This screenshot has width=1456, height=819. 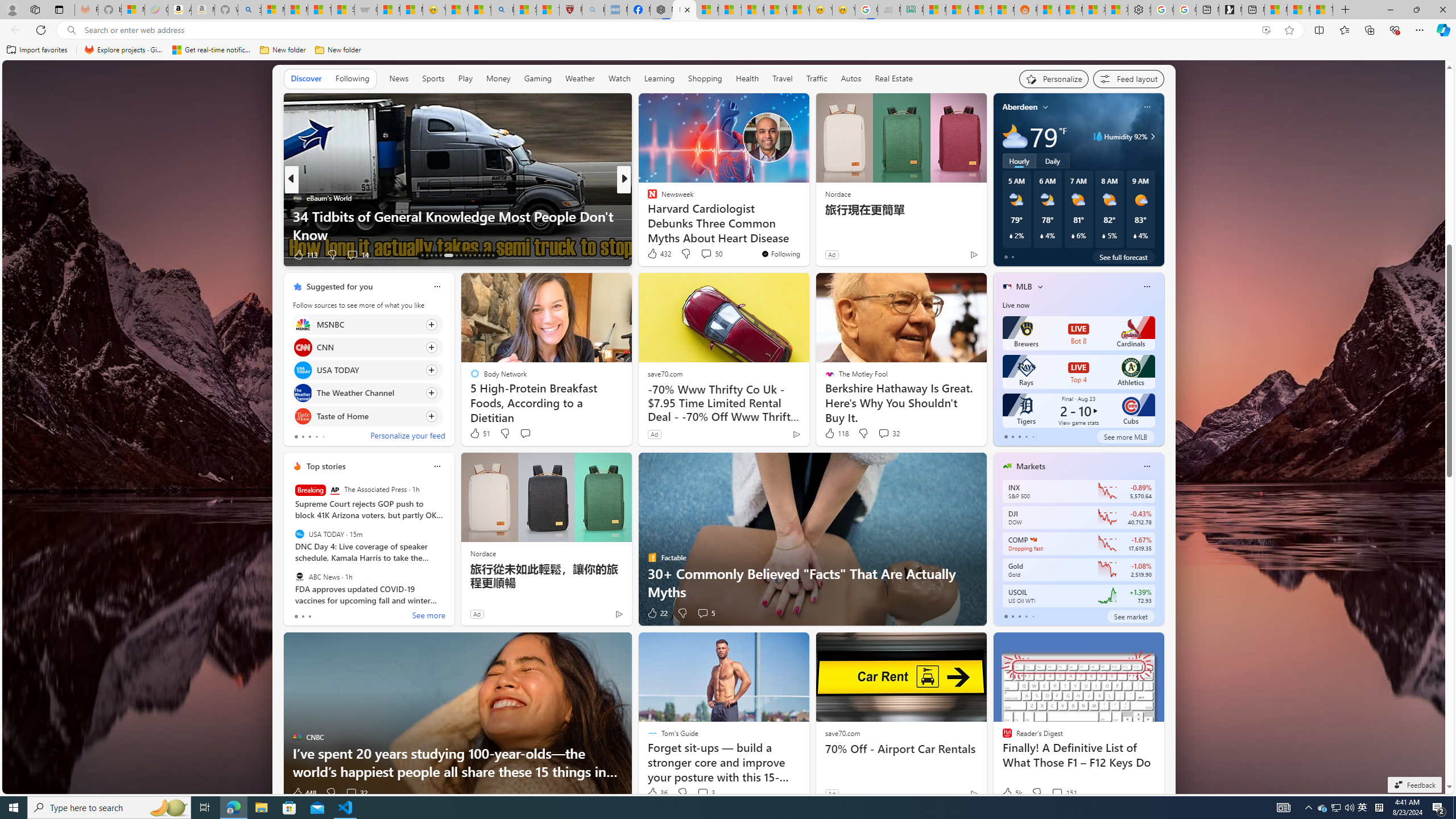 What do you see at coordinates (37, 49) in the screenshot?
I see `'Import favorites'` at bounding box center [37, 49].